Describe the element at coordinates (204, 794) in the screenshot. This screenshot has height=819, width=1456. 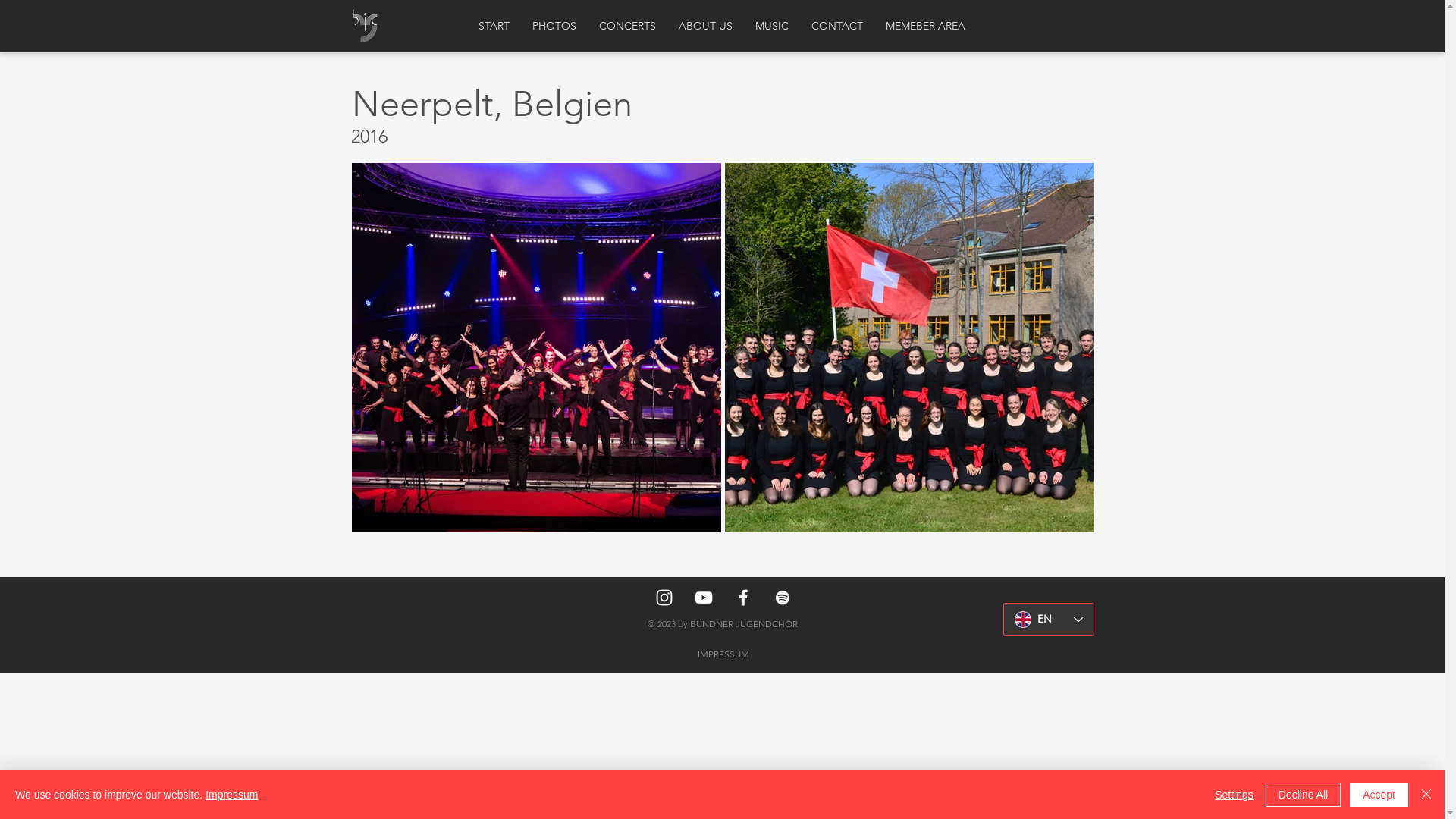
I see `'Impressum'` at that location.